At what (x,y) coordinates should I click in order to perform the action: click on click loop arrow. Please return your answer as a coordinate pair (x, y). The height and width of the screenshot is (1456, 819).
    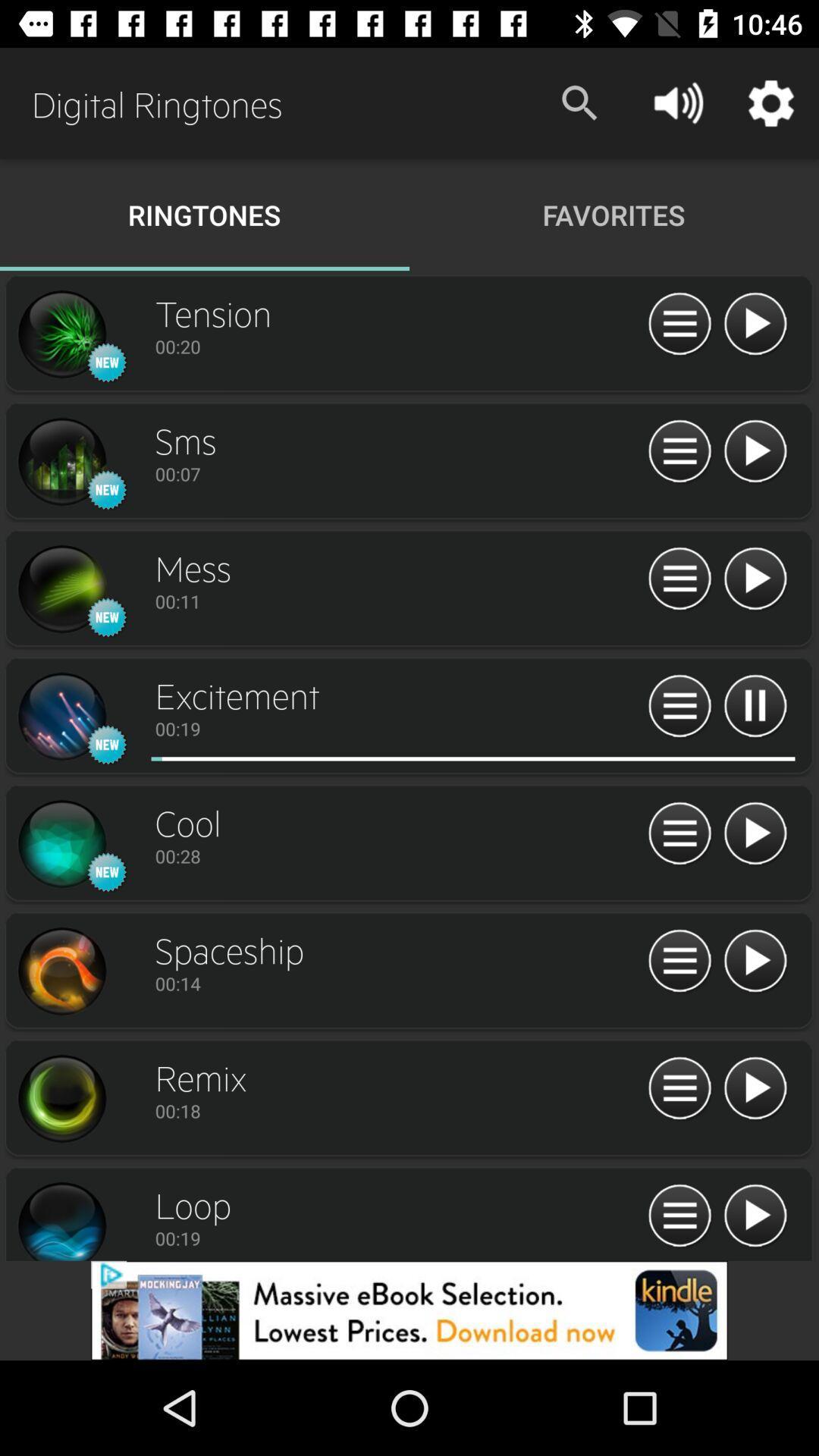
    Looking at the image, I should click on (755, 1216).